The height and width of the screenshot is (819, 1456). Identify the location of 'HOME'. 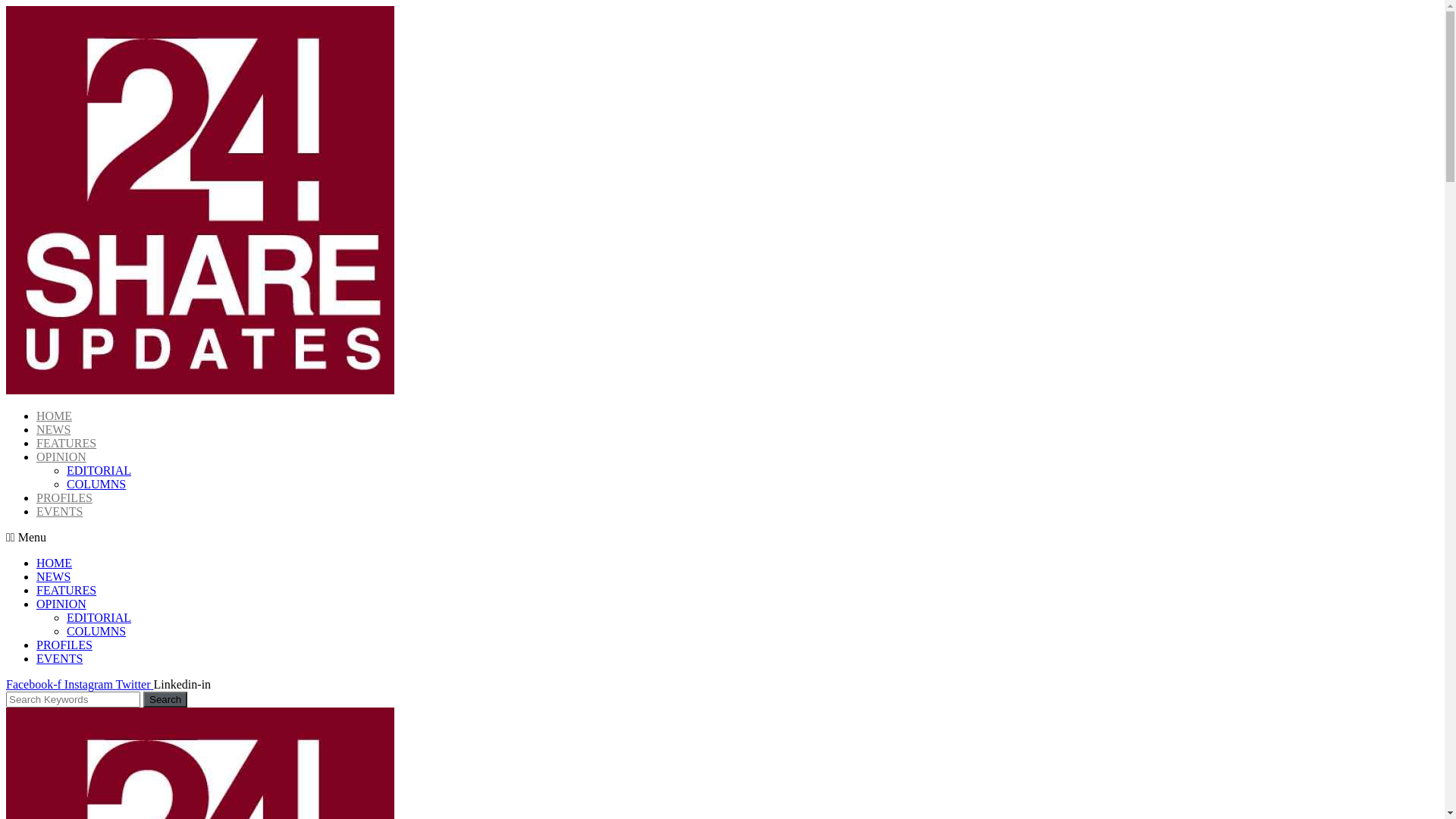
(36, 563).